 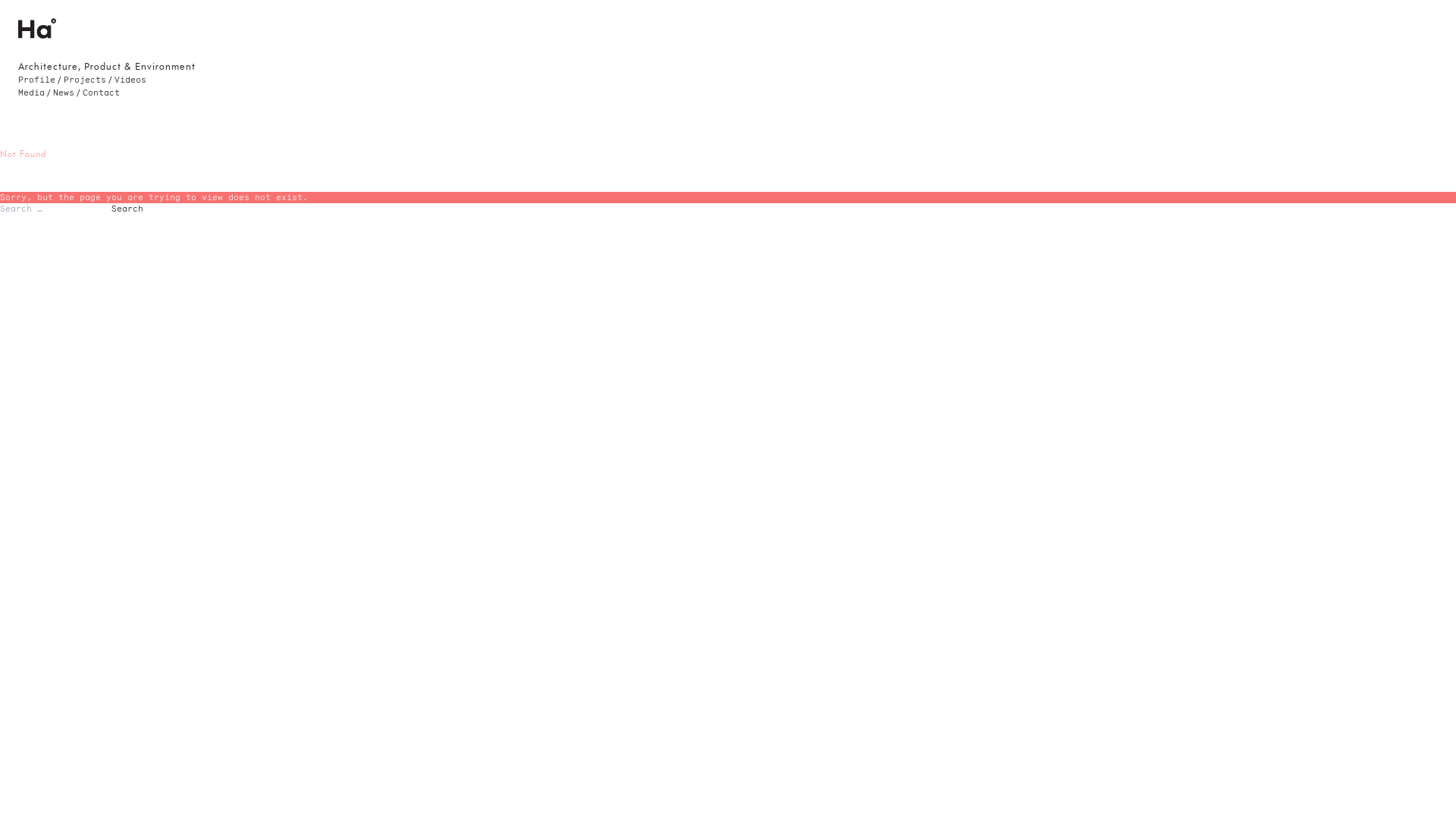 What do you see at coordinates (100, 93) in the screenshot?
I see `'Contact'` at bounding box center [100, 93].